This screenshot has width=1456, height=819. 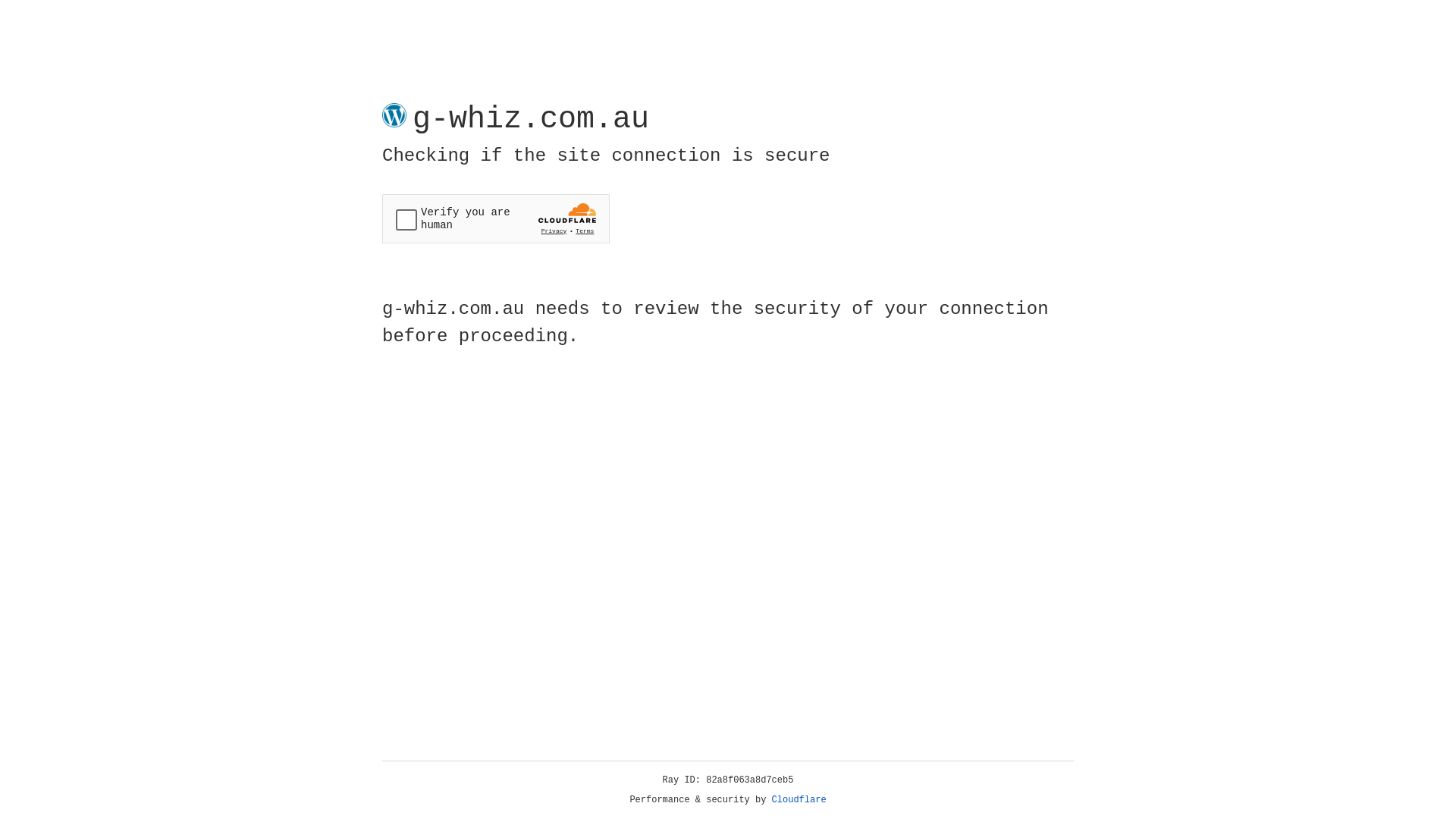 I want to click on 'Widget containing a Cloudflare security challenge', so click(x=495, y=218).